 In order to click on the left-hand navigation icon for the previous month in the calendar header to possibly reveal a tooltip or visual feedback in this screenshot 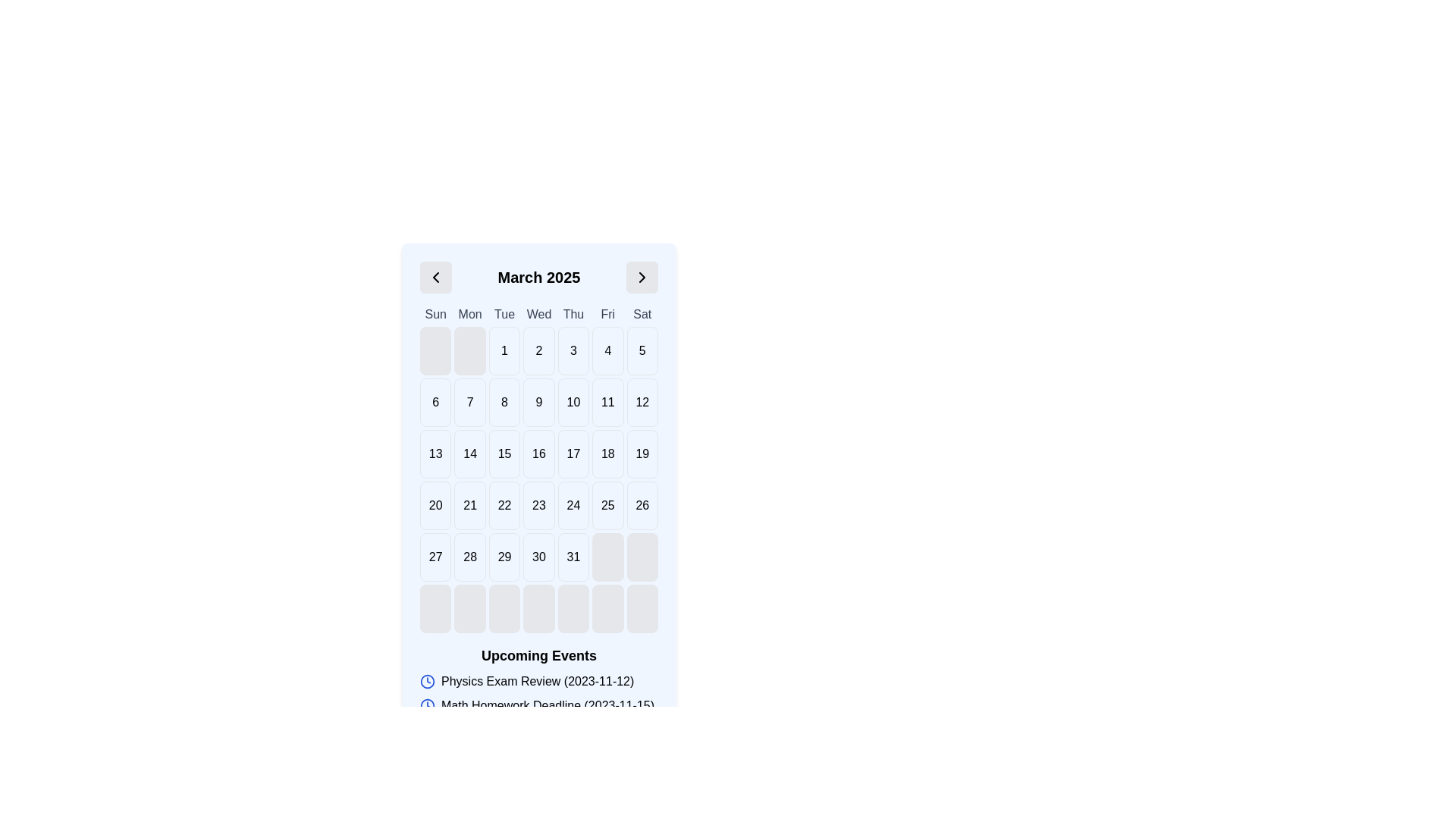, I will do `click(435, 278)`.